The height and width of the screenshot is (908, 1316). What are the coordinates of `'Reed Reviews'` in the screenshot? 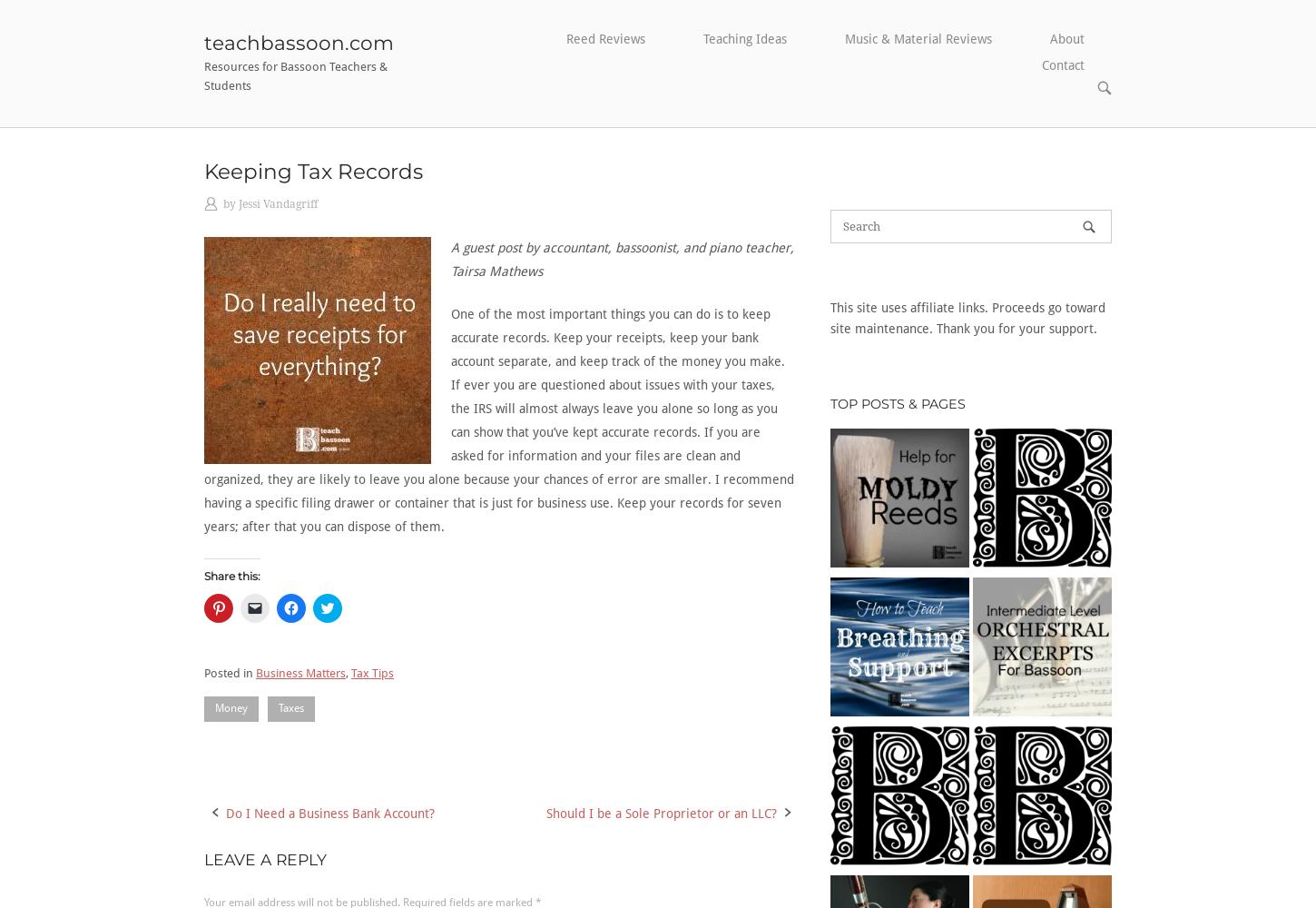 It's located at (604, 39).